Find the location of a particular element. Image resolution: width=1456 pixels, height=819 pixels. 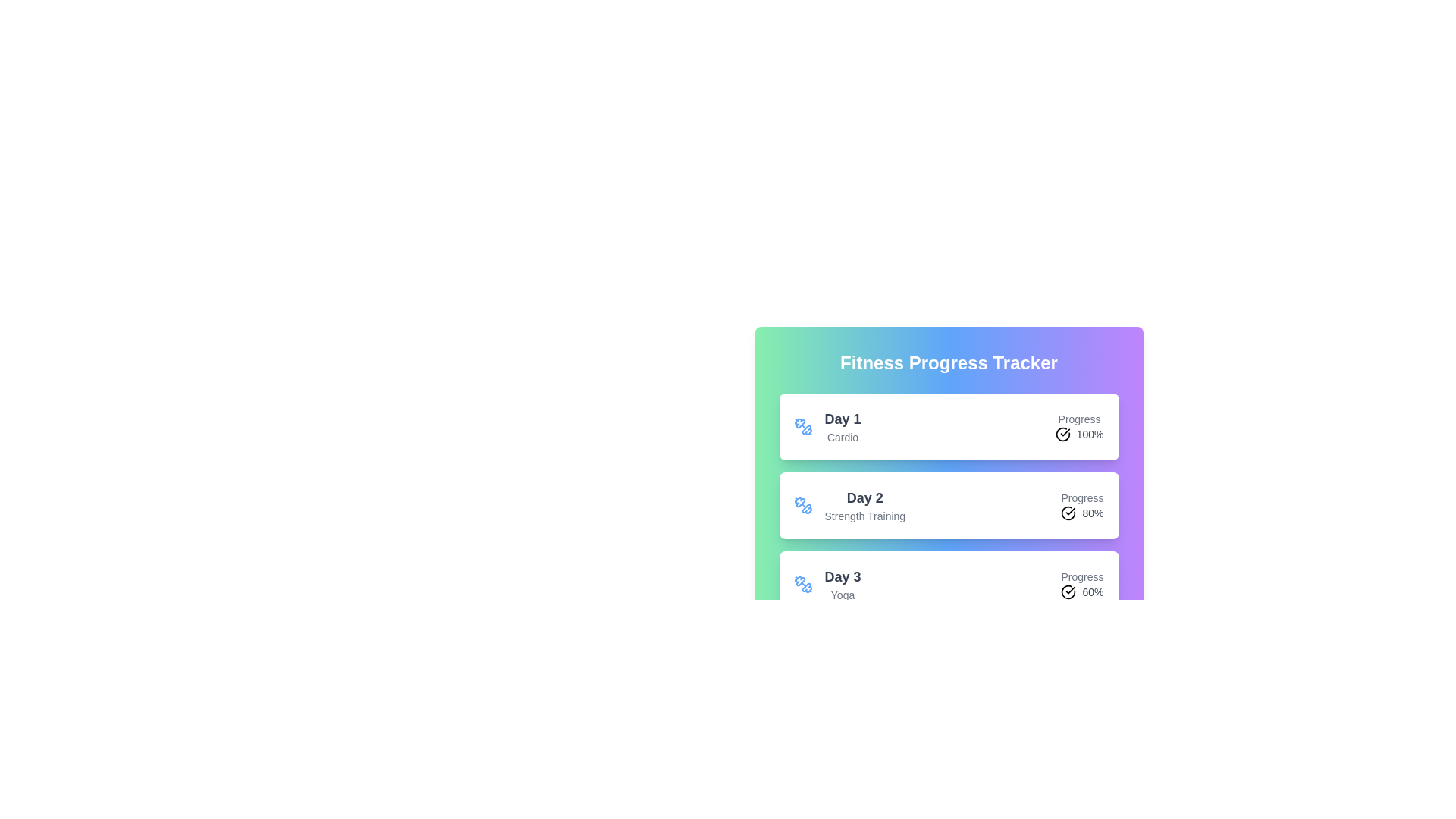

the workout item for Day 3 is located at coordinates (948, 584).